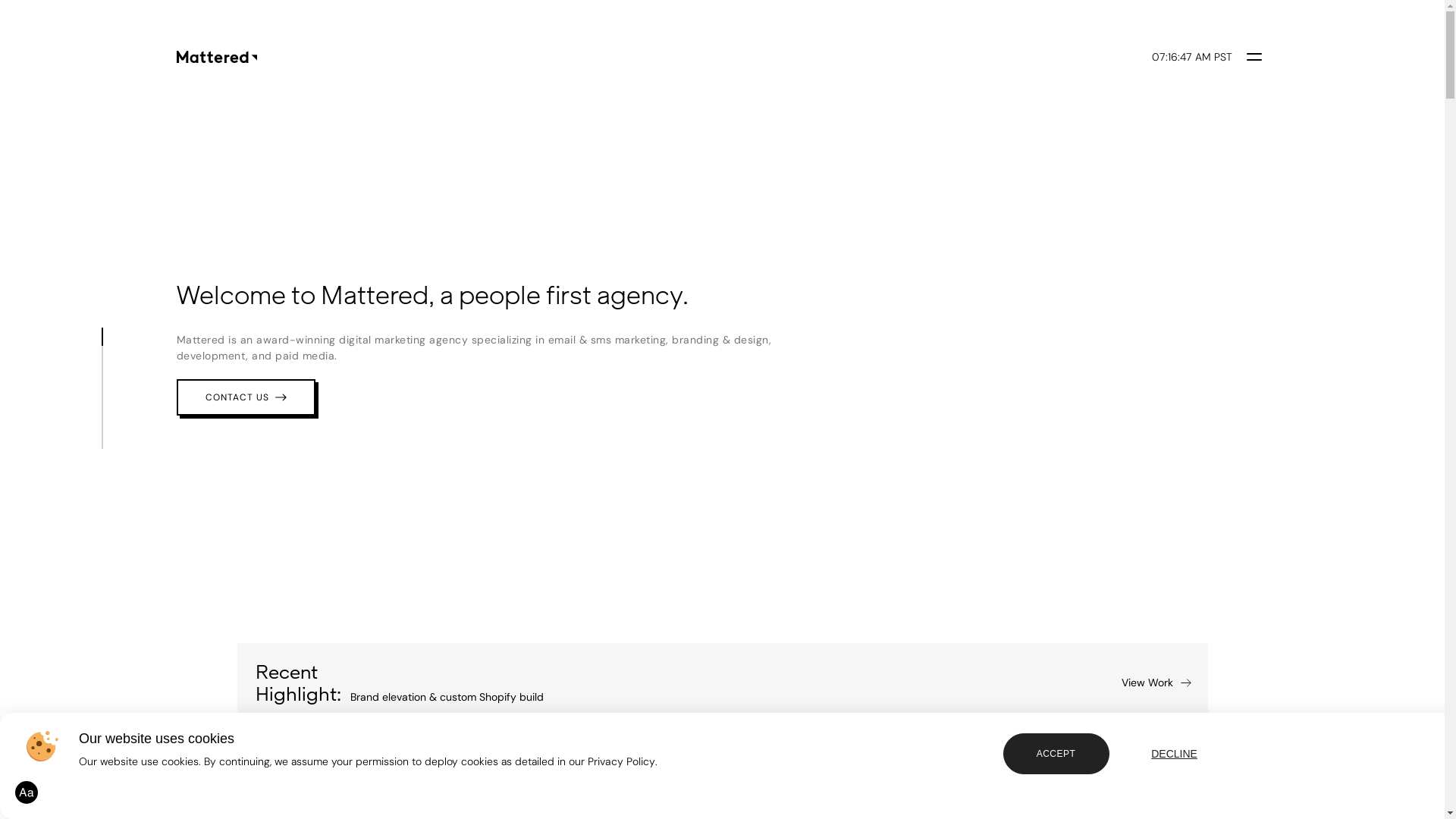 The image size is (1456, 819). I want to click on 'DECLINE', so click(1174, 754).